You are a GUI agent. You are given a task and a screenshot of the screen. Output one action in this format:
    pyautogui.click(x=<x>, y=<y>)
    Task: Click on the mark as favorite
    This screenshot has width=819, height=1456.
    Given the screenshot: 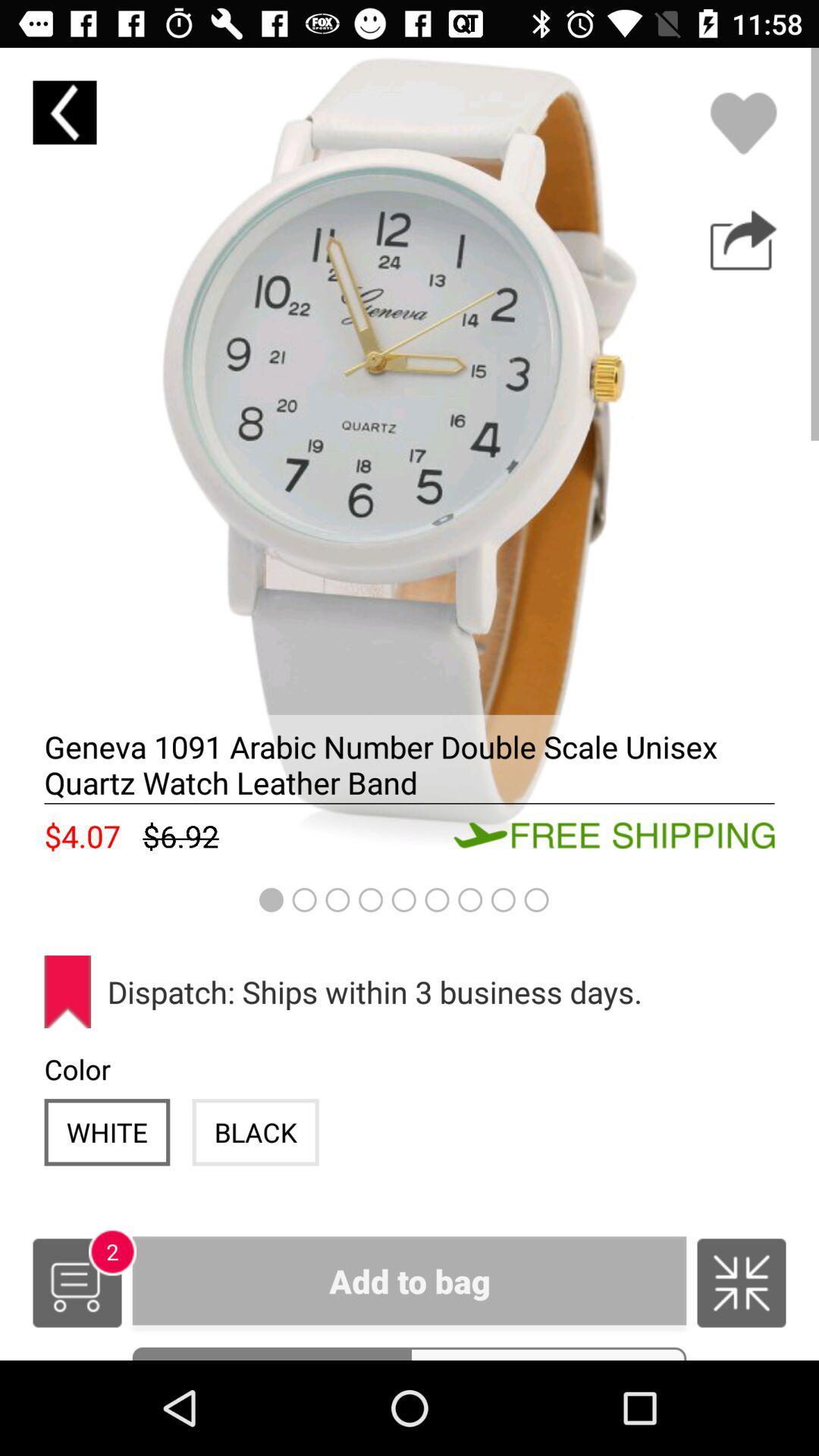 What is the action you would take?
    pyautogui.click(x=742, y=123)
    